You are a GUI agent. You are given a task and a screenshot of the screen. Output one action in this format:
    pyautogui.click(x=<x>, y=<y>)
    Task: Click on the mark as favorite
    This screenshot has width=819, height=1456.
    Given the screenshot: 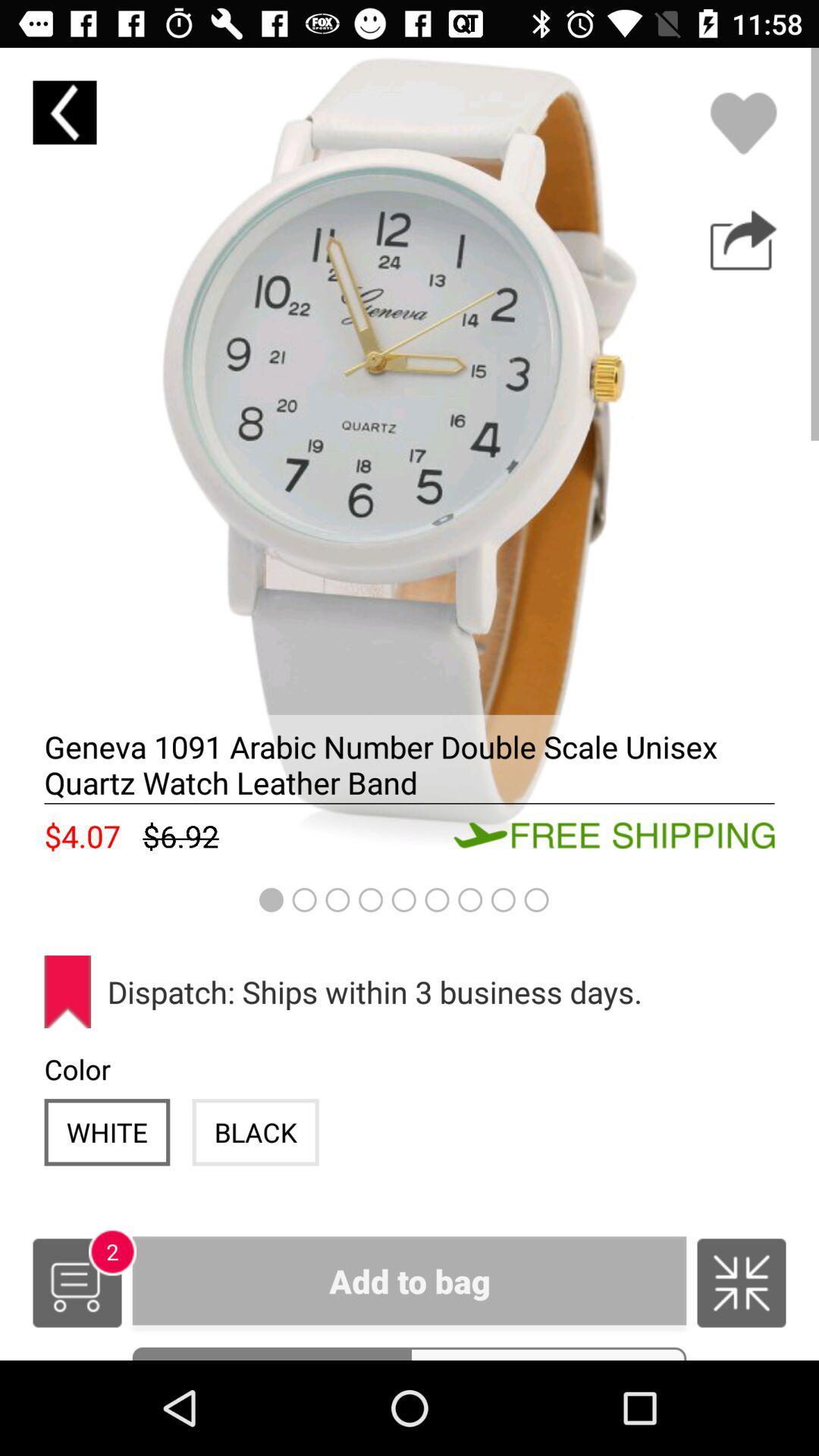 What is the action you would take?
    pyautogui.click(x=742, y=123)
    